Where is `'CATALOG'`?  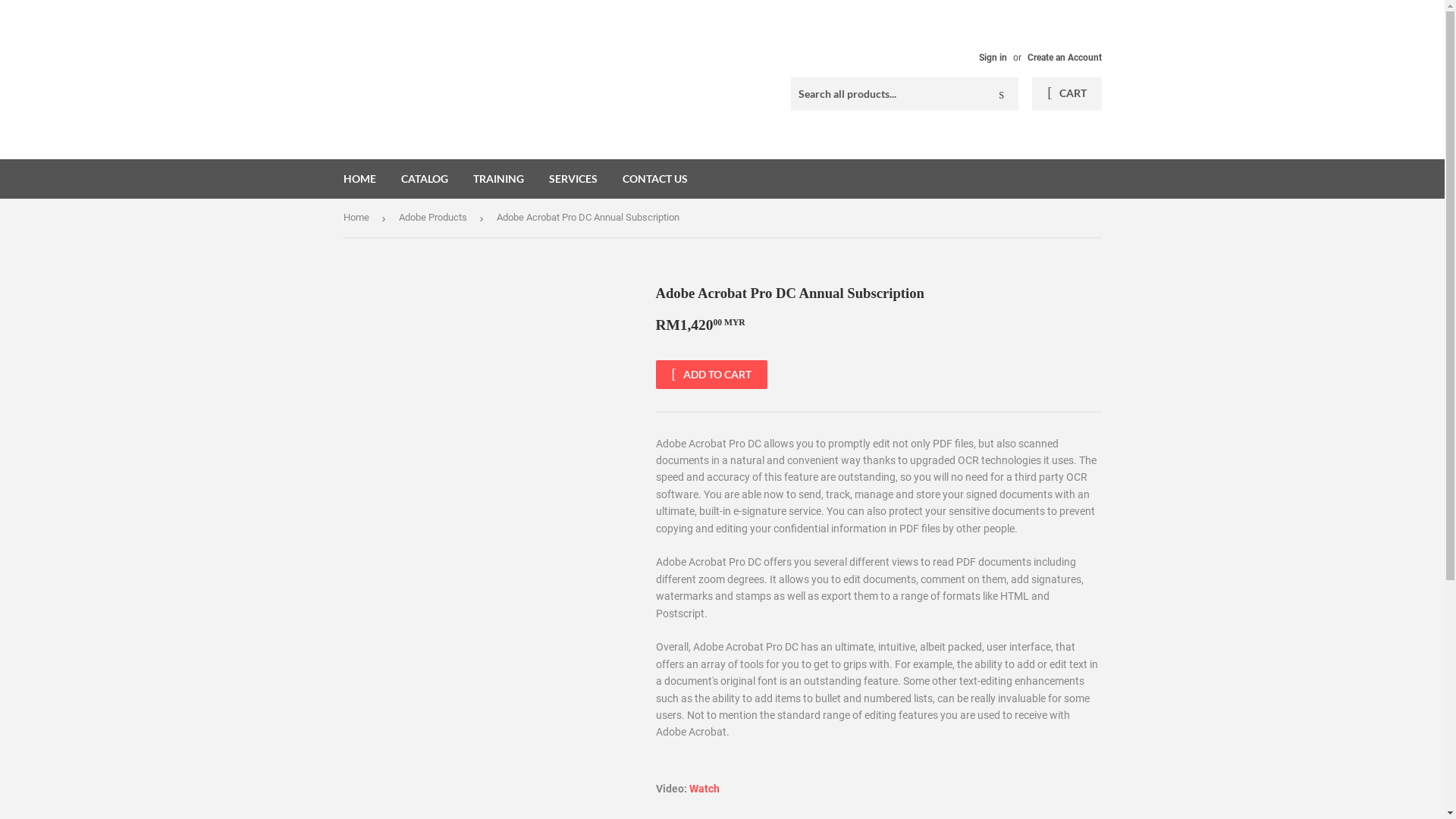 'CATALOG' is located at coordinates (425, 177).